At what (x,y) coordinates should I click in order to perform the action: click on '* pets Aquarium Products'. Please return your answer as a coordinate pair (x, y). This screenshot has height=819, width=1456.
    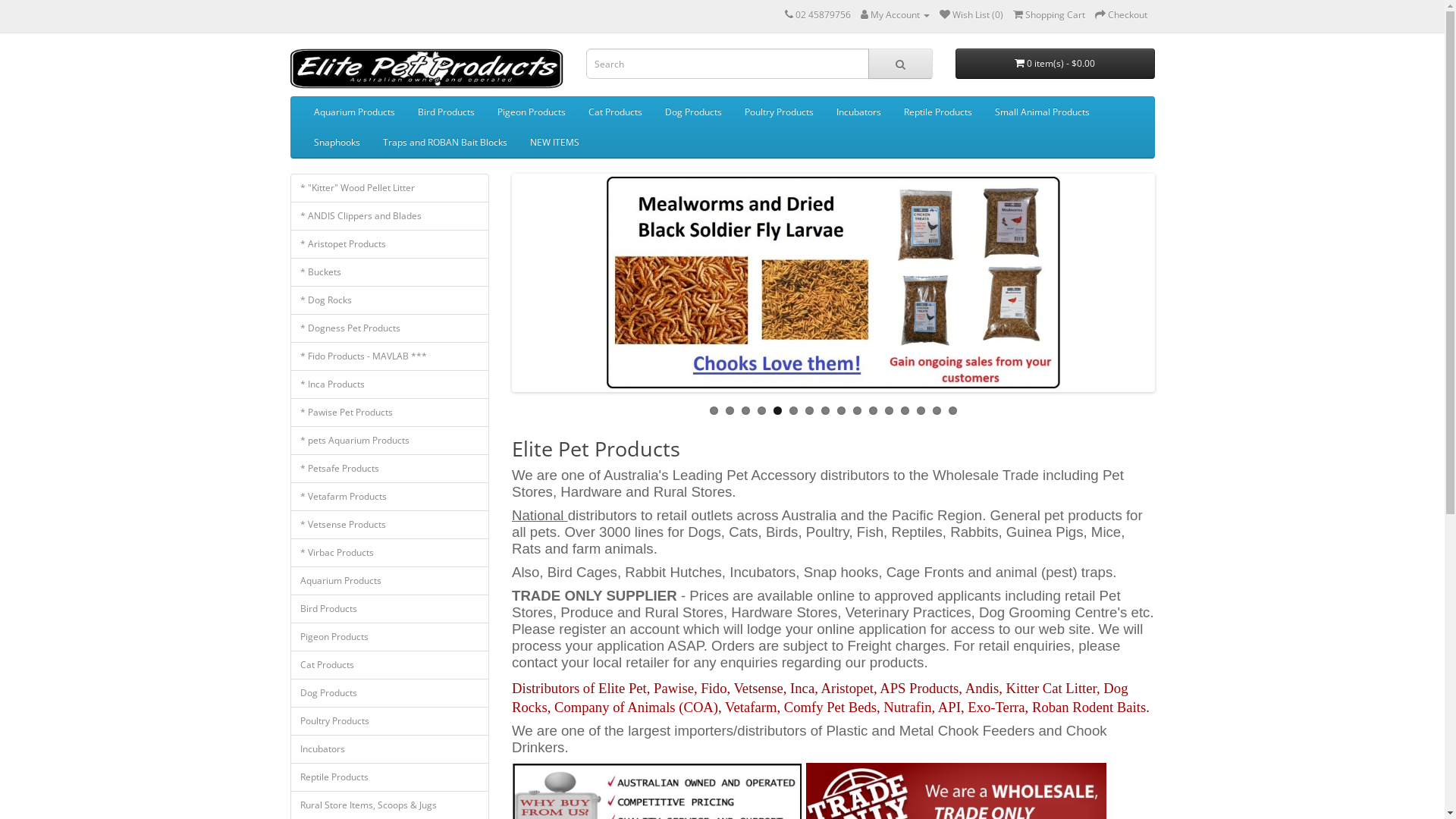
    Looking at the image, I should click on (389, 441).